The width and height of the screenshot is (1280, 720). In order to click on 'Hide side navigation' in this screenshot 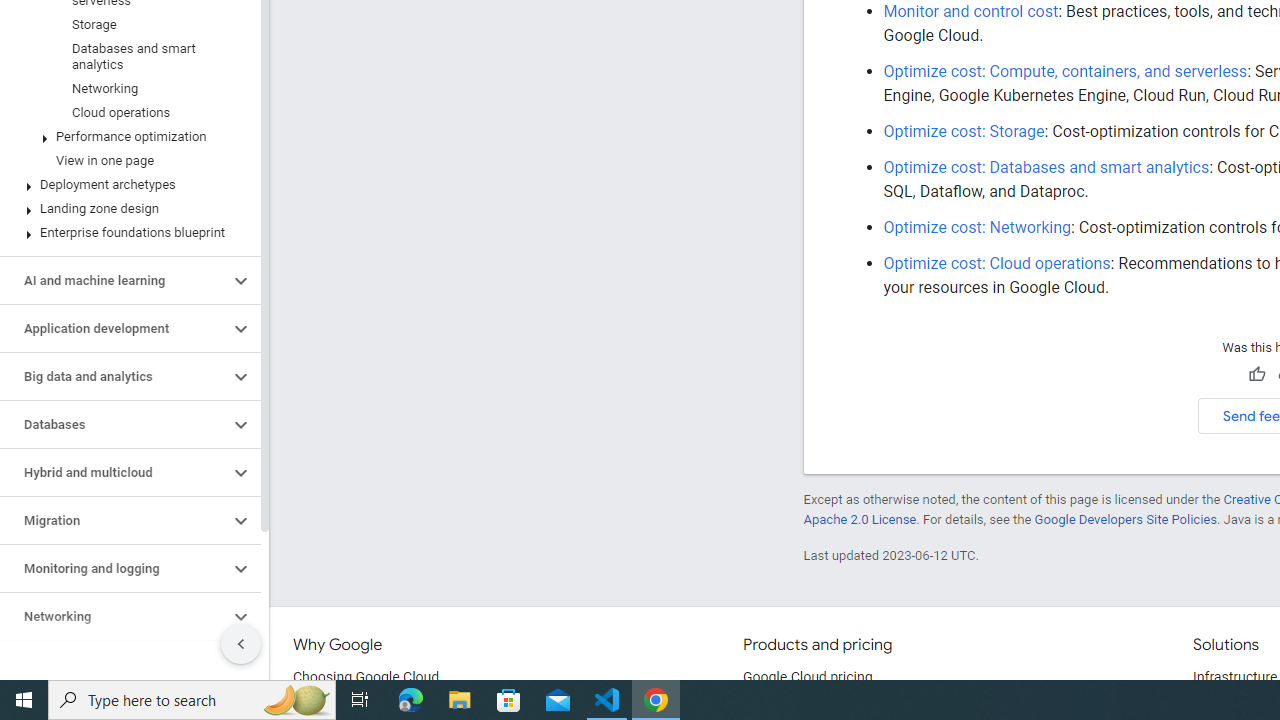, I will do `click(240, 644)`.